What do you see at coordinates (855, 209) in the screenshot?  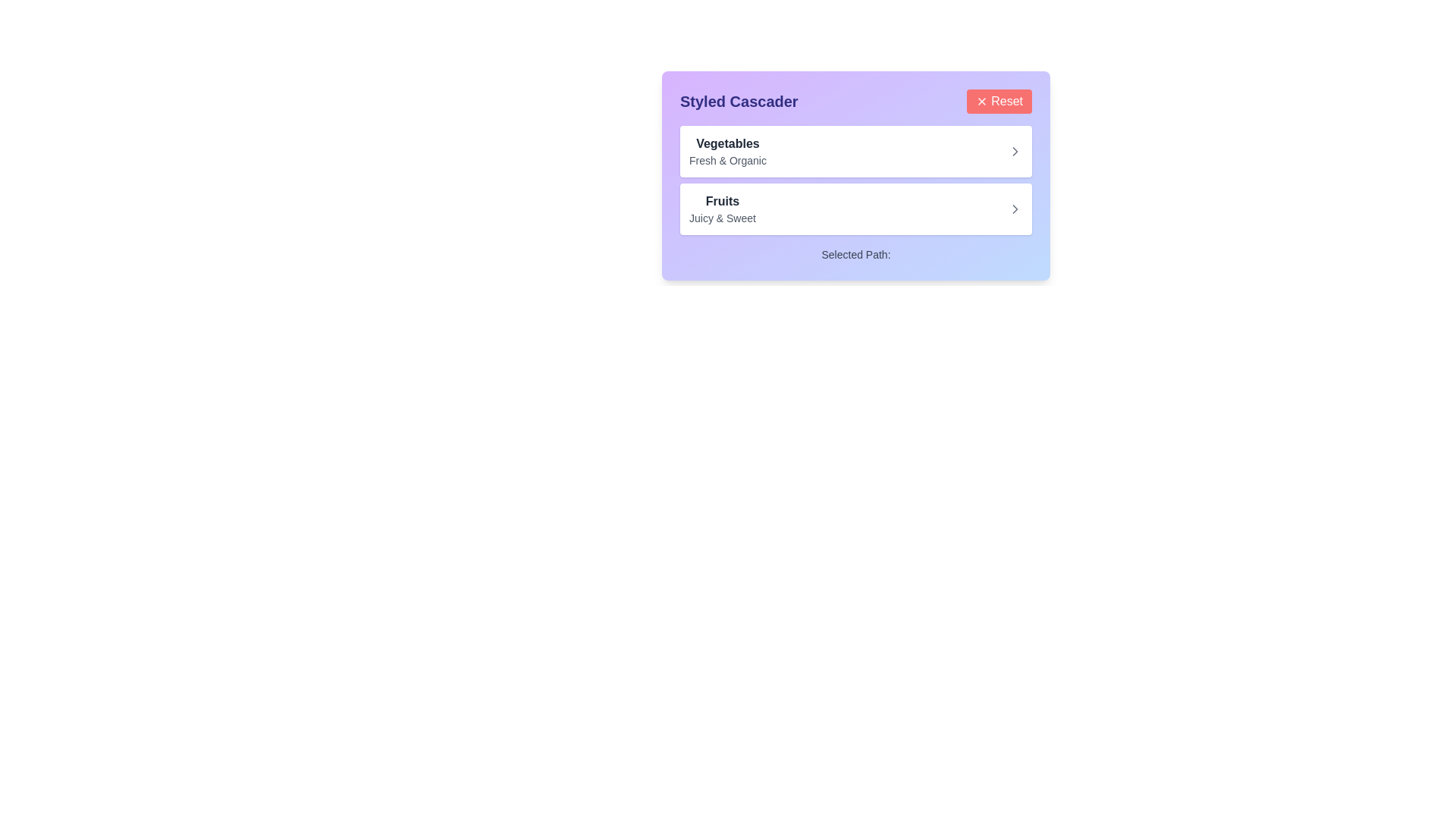 I see `the selectable category item named 'Fruits' with the subtitle 'Juicy & Sweet'` at bounding box center [855, 209].